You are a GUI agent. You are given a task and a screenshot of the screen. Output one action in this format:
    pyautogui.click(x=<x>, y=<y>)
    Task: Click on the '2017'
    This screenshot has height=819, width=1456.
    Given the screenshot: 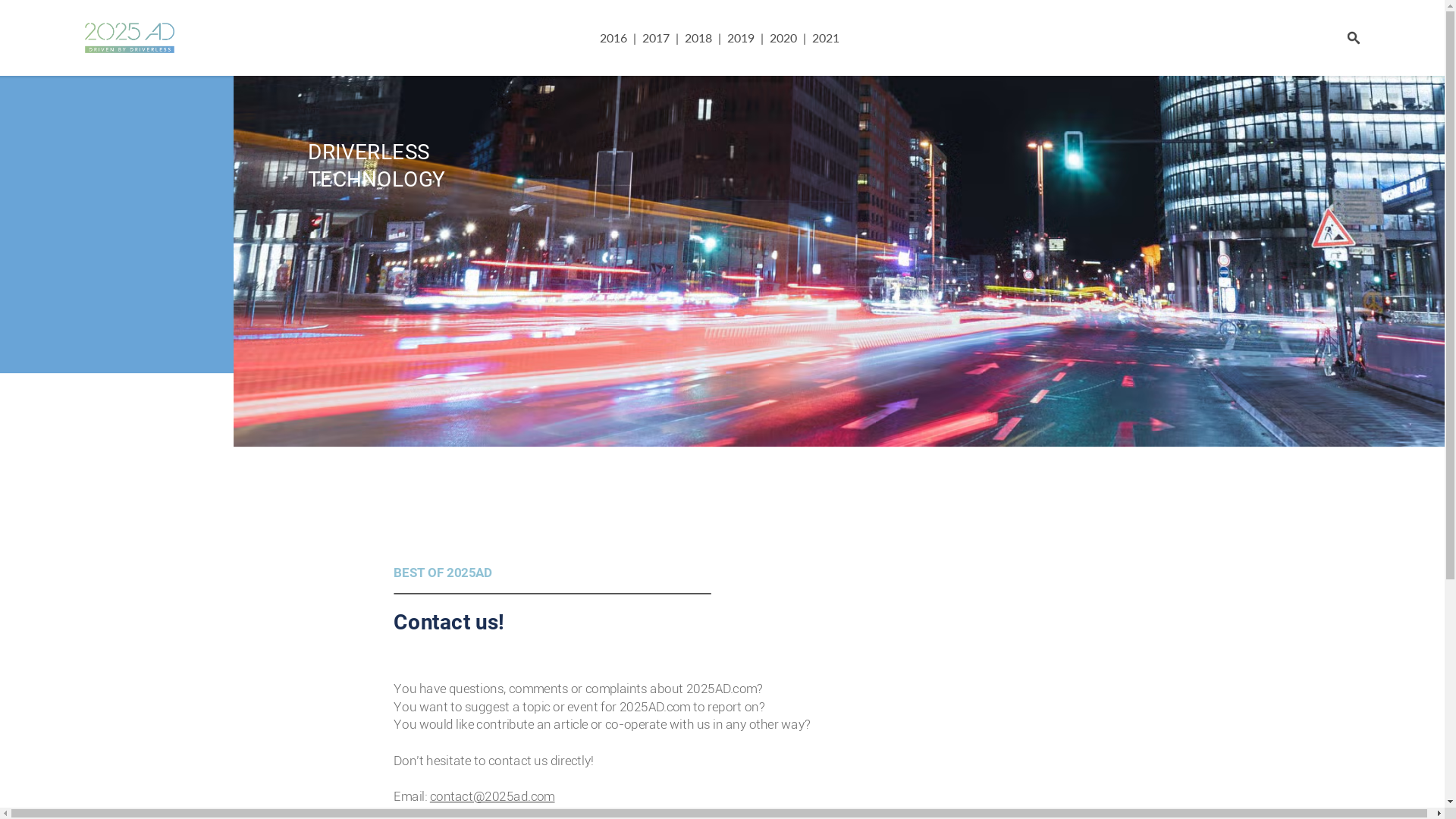 What is the action you would take?
    pyautogui.click(x=635, y=36)
    